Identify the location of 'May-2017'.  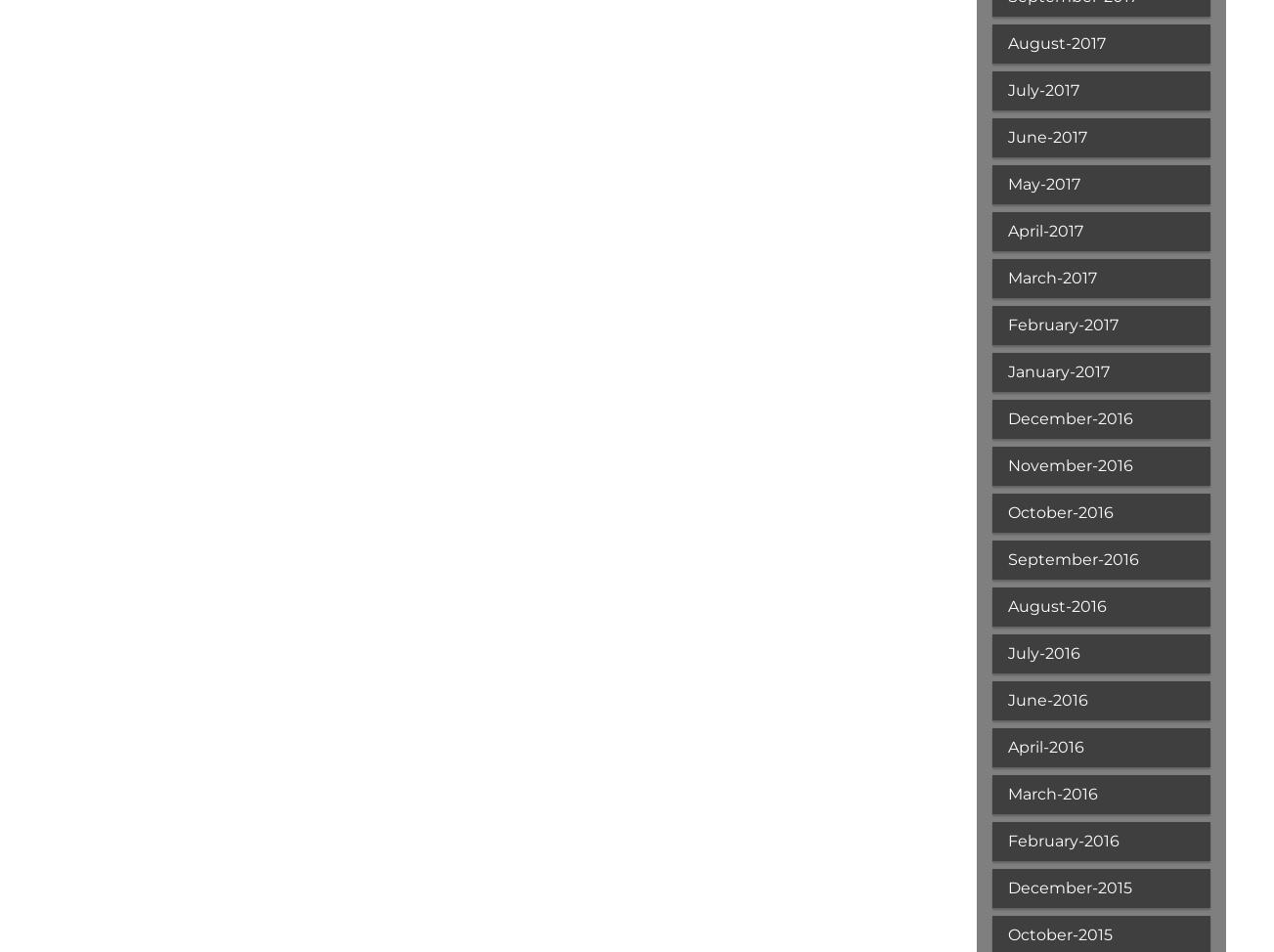
(1007, 184).